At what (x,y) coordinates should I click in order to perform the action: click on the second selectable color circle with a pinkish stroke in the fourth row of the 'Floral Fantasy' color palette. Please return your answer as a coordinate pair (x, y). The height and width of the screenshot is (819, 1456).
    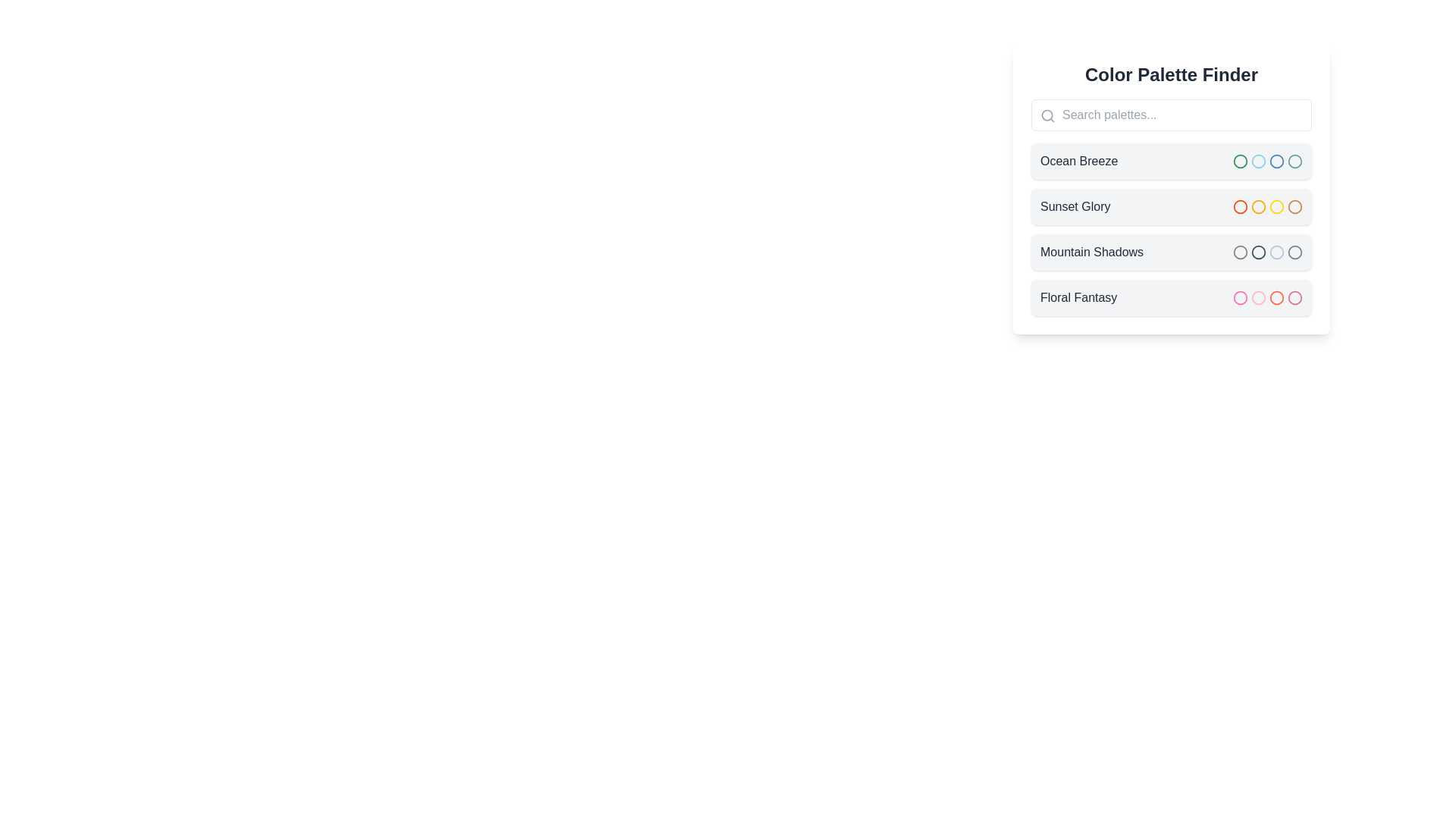
    Looking at the image, I should click on (1259, 298).